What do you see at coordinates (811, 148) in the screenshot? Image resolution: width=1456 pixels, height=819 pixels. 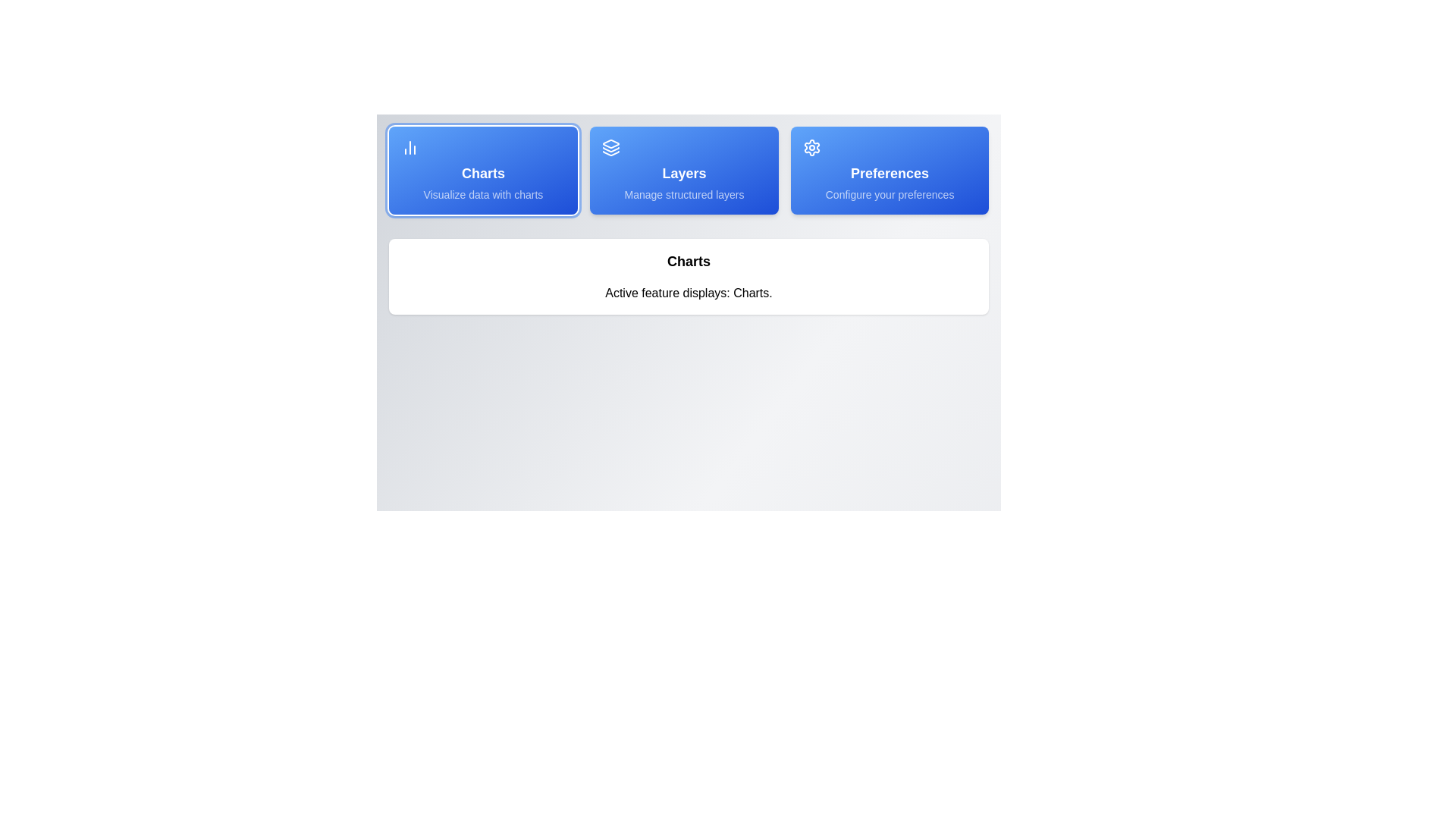 I see `the gear-like icon embedded in the 'Preferences' button in the top horizontal menu` at bounding box center [811, 148].